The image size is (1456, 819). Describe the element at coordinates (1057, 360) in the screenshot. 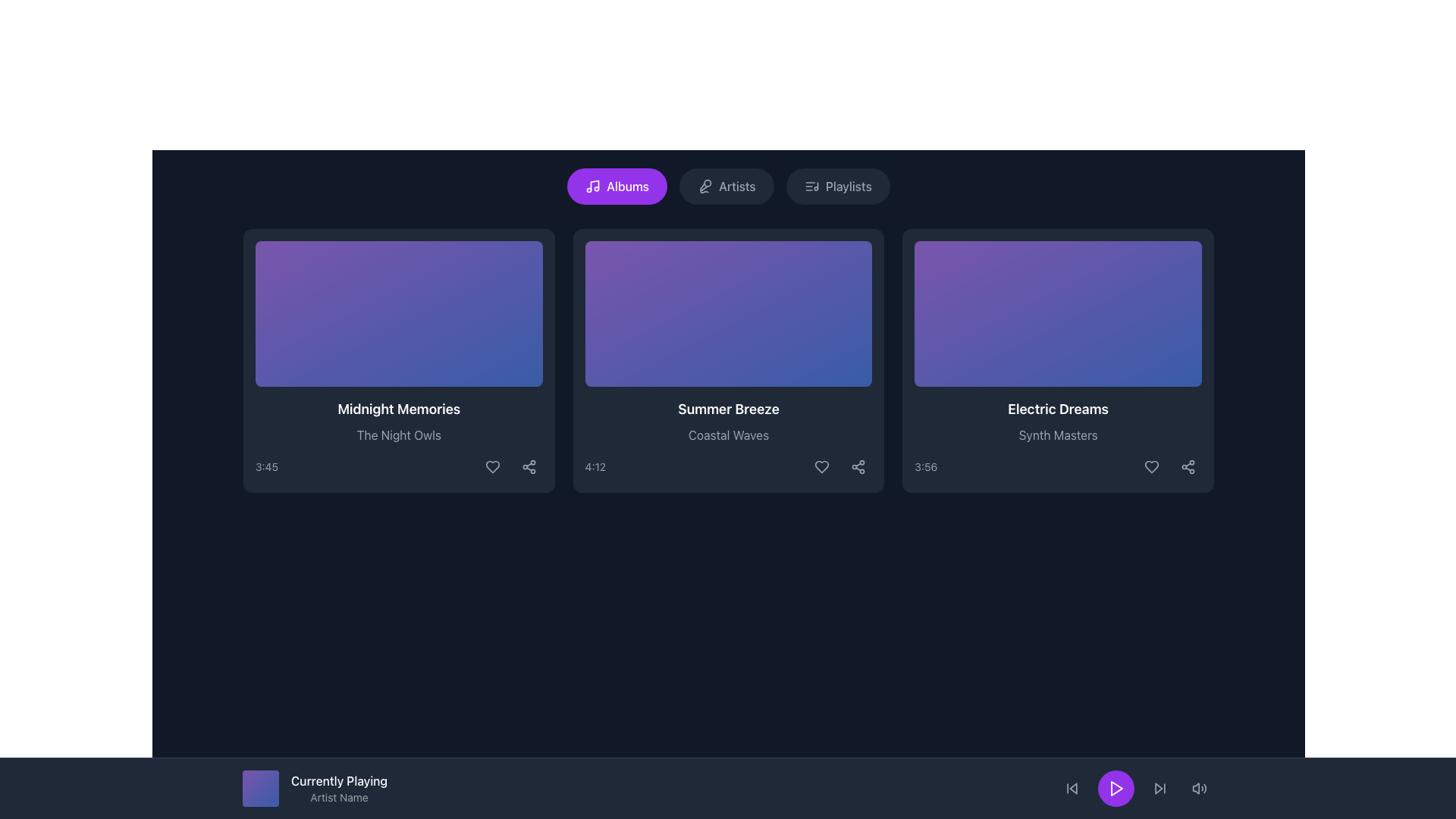

I see `the third music track card in the Albums section` at that location.